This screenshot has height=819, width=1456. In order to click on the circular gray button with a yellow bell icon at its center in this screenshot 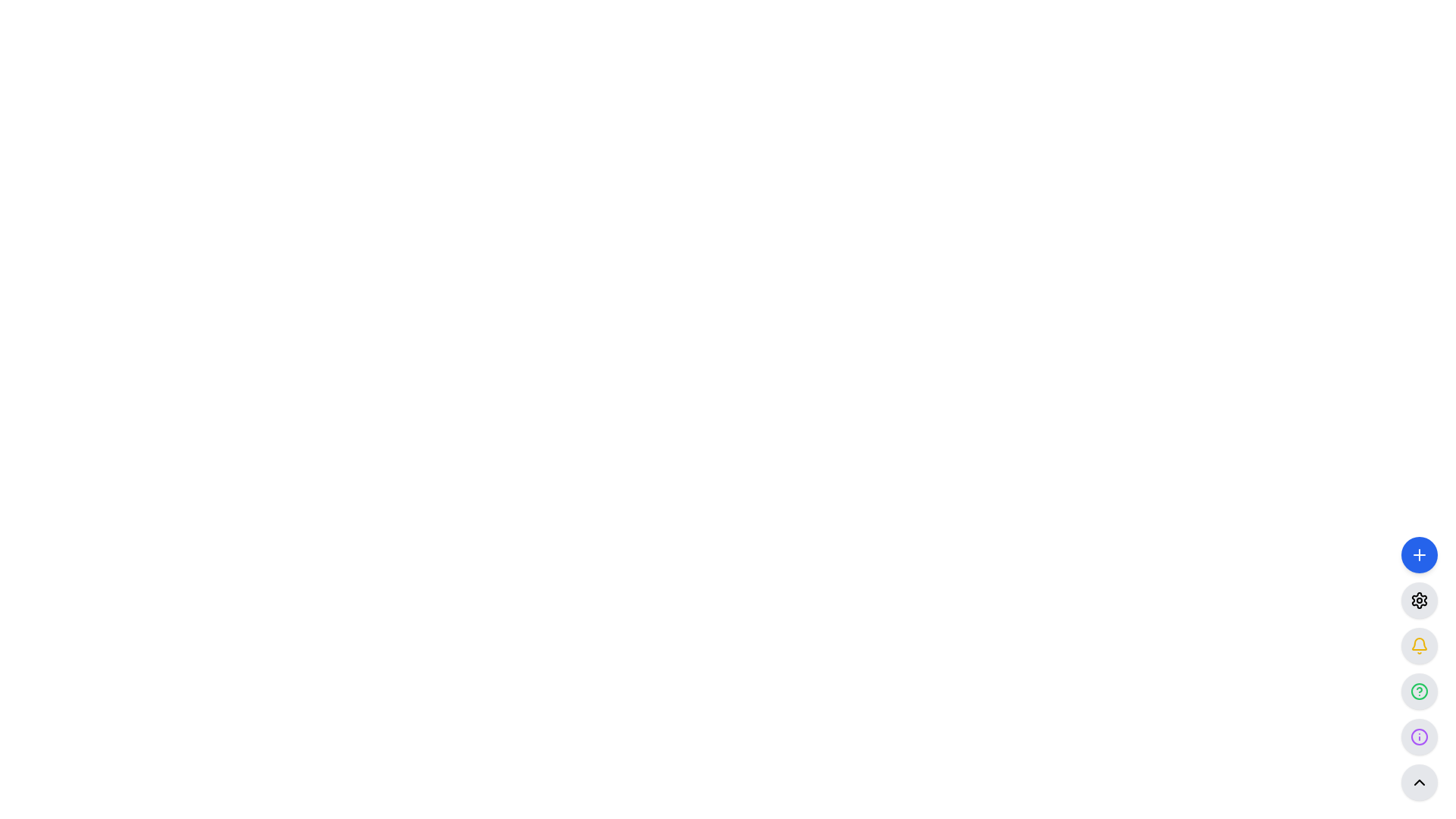, I will do `click(1419, 646)`.